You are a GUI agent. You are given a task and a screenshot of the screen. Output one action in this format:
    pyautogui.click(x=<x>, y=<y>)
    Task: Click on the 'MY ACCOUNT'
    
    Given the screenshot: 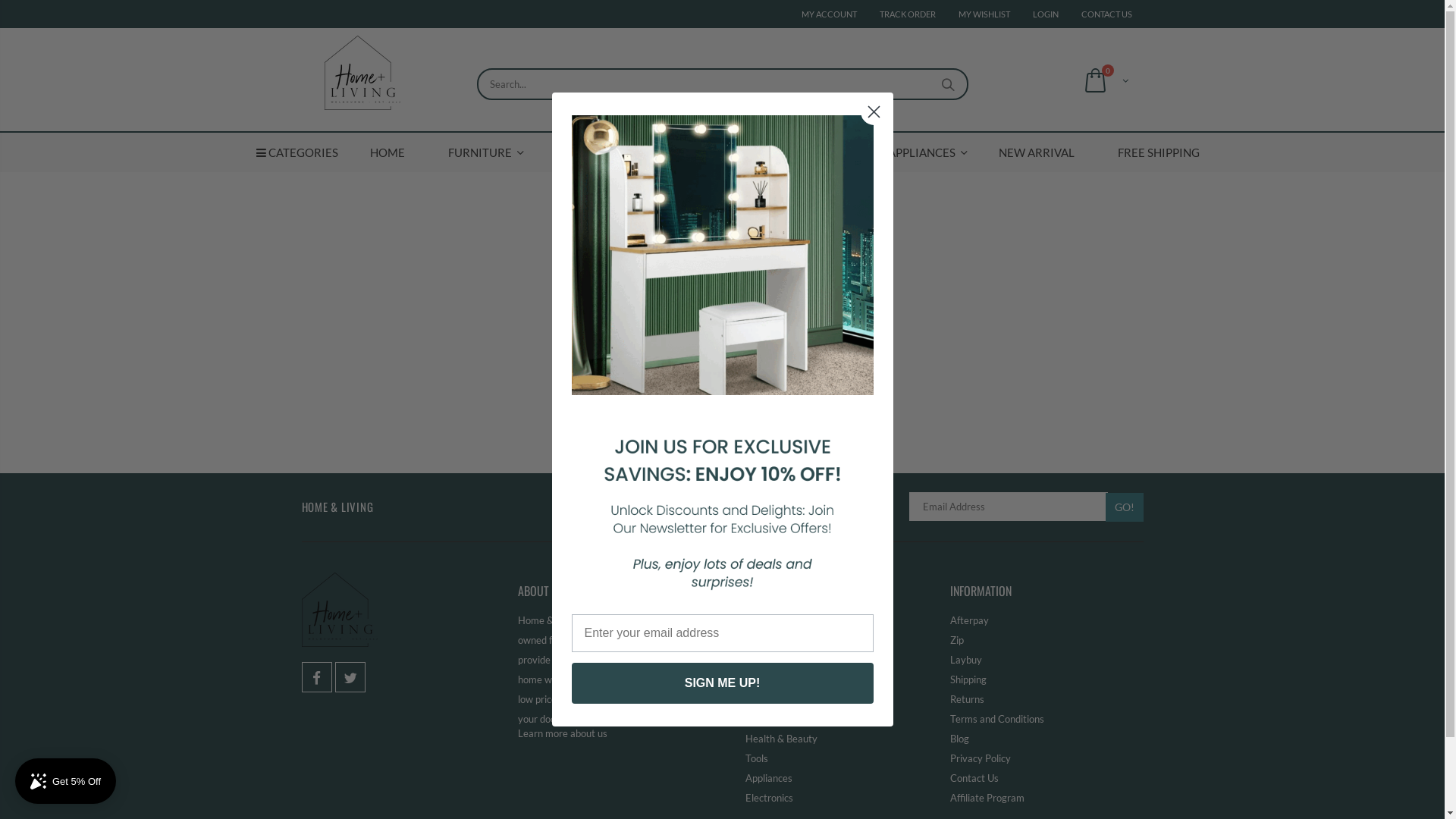 What is the action you would take?
    pyautogui.click(x=800, y=14)
    